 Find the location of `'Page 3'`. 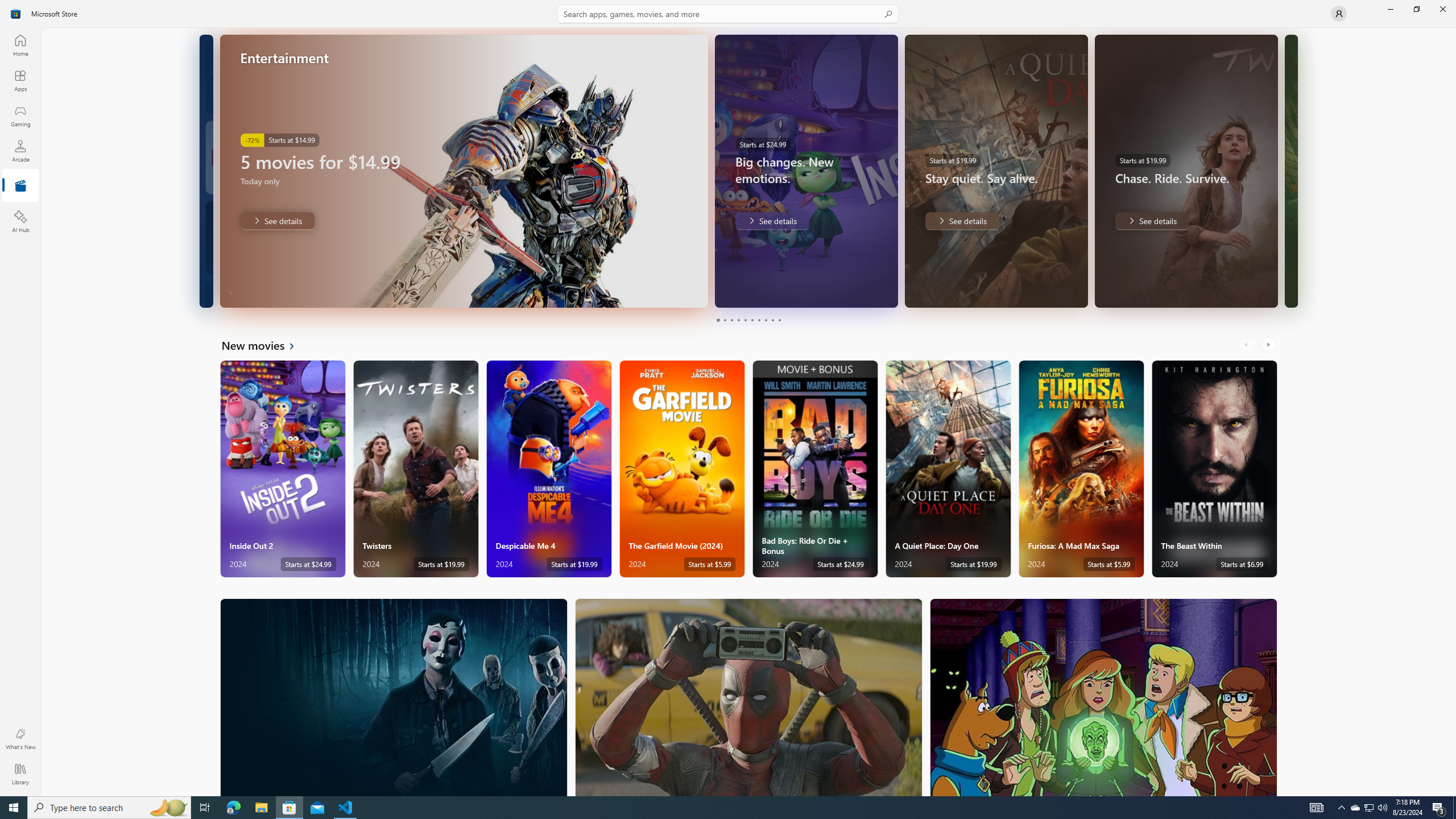

'Page 3' is located at coordinates (731, 320).